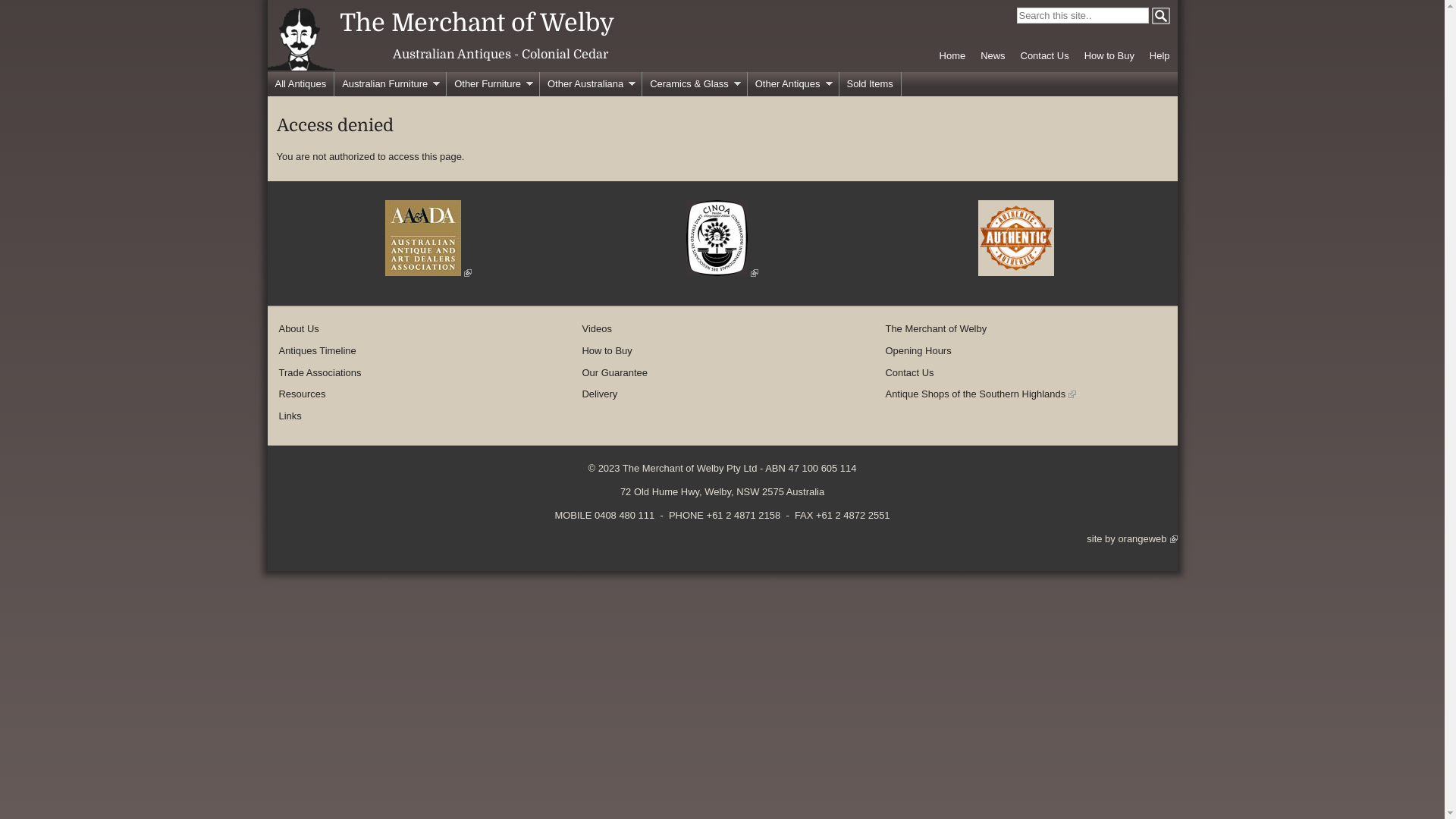 The image size is (1456, 819). Describe the element at coordinates (428, 271) in the screenshot. I see `'(link is external)'` at that location.